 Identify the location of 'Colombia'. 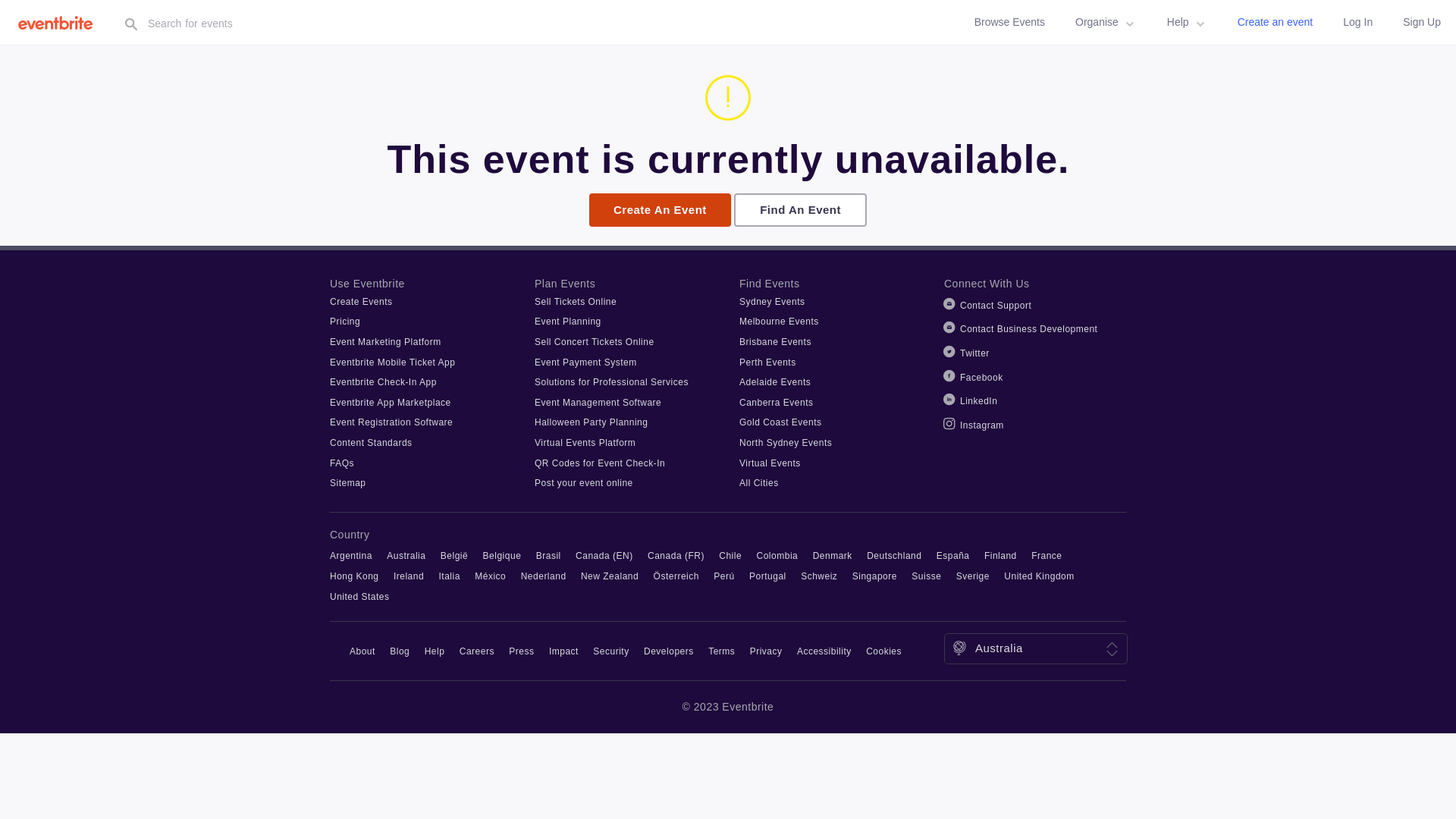
(777, 555).